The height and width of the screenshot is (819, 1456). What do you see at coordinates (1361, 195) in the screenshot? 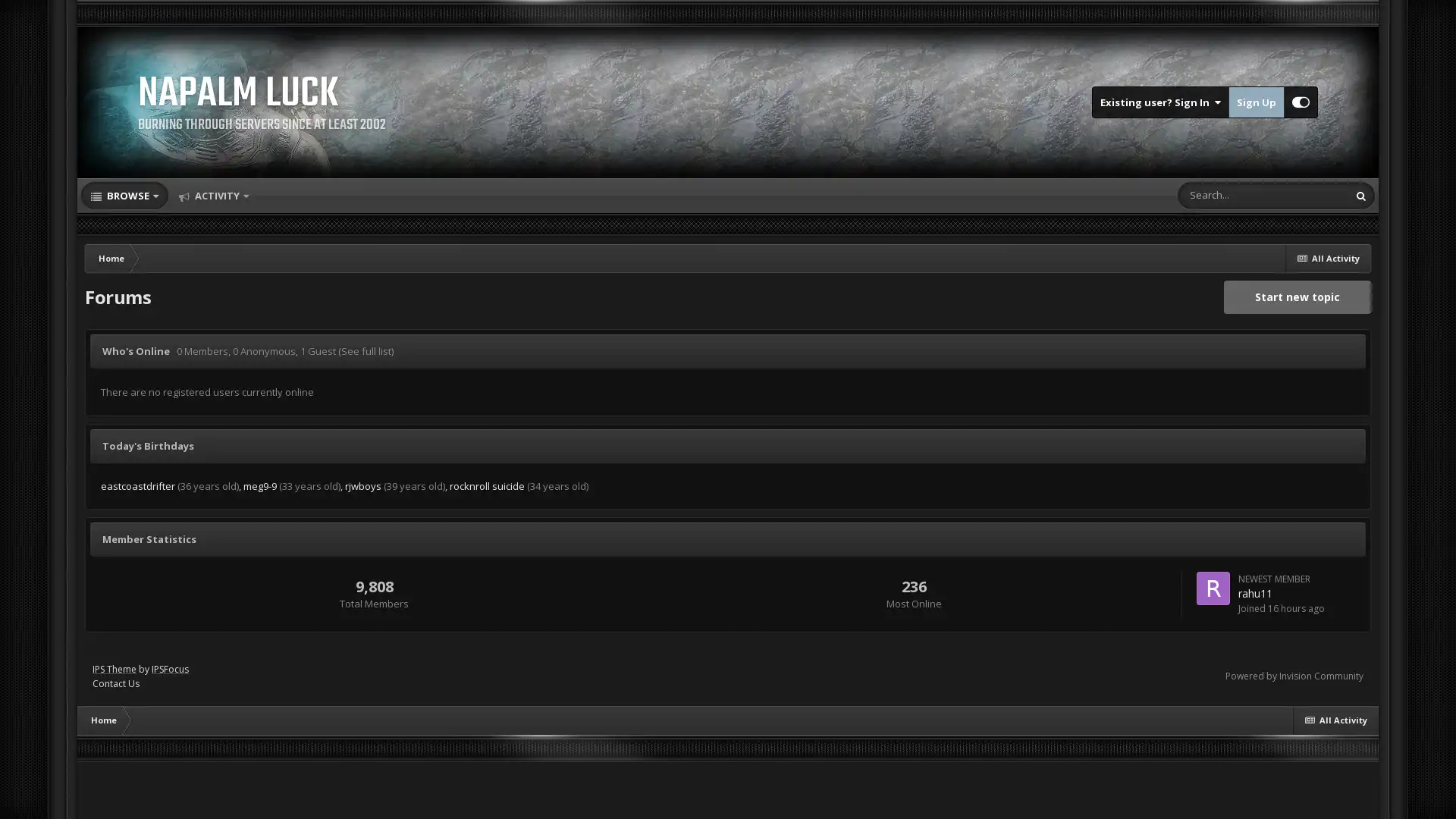
I see `Search` at bounding box center [1361, 195].